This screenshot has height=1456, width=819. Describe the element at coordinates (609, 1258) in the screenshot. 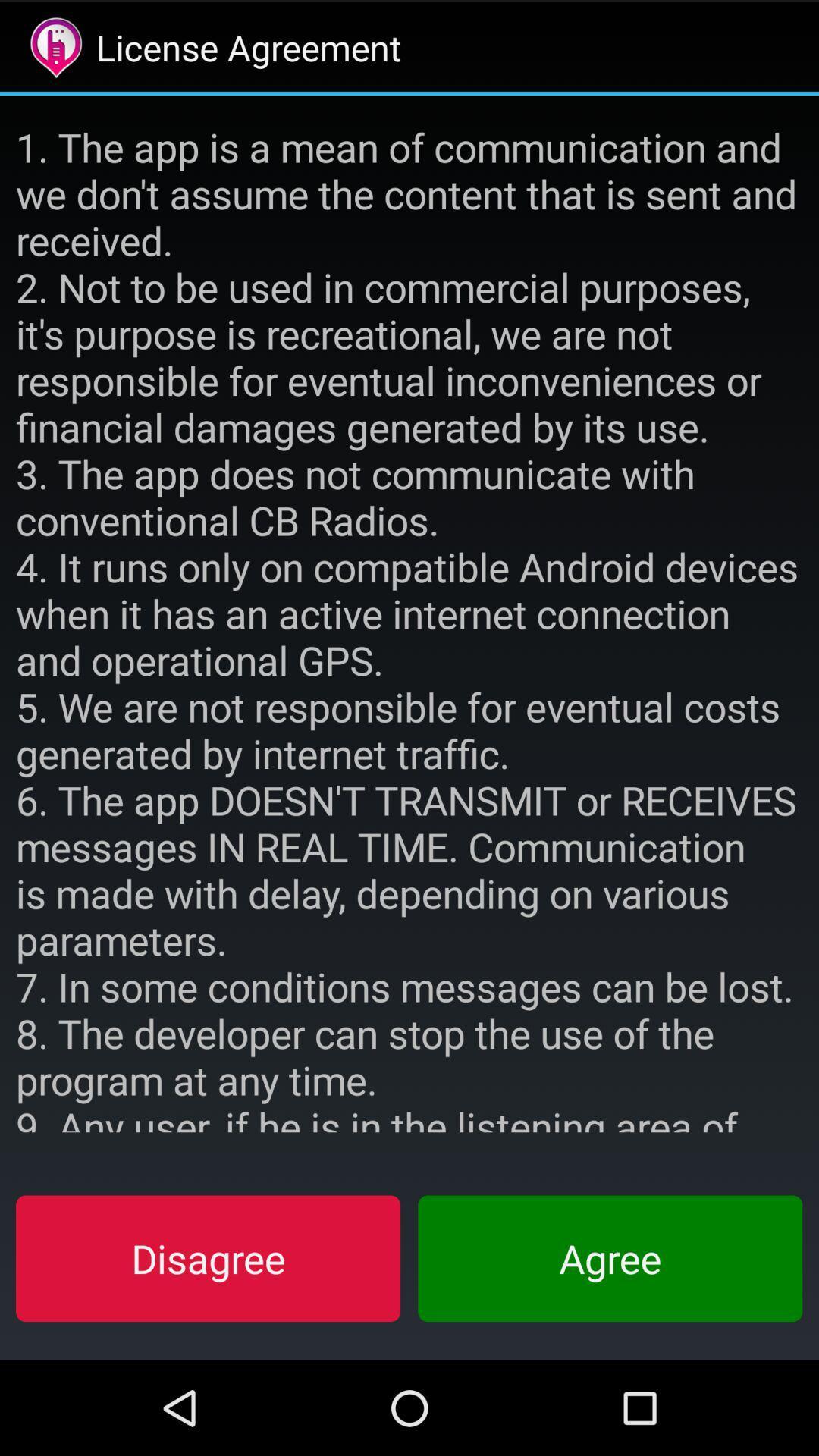

I see `item at the bottom right corner` at that location.